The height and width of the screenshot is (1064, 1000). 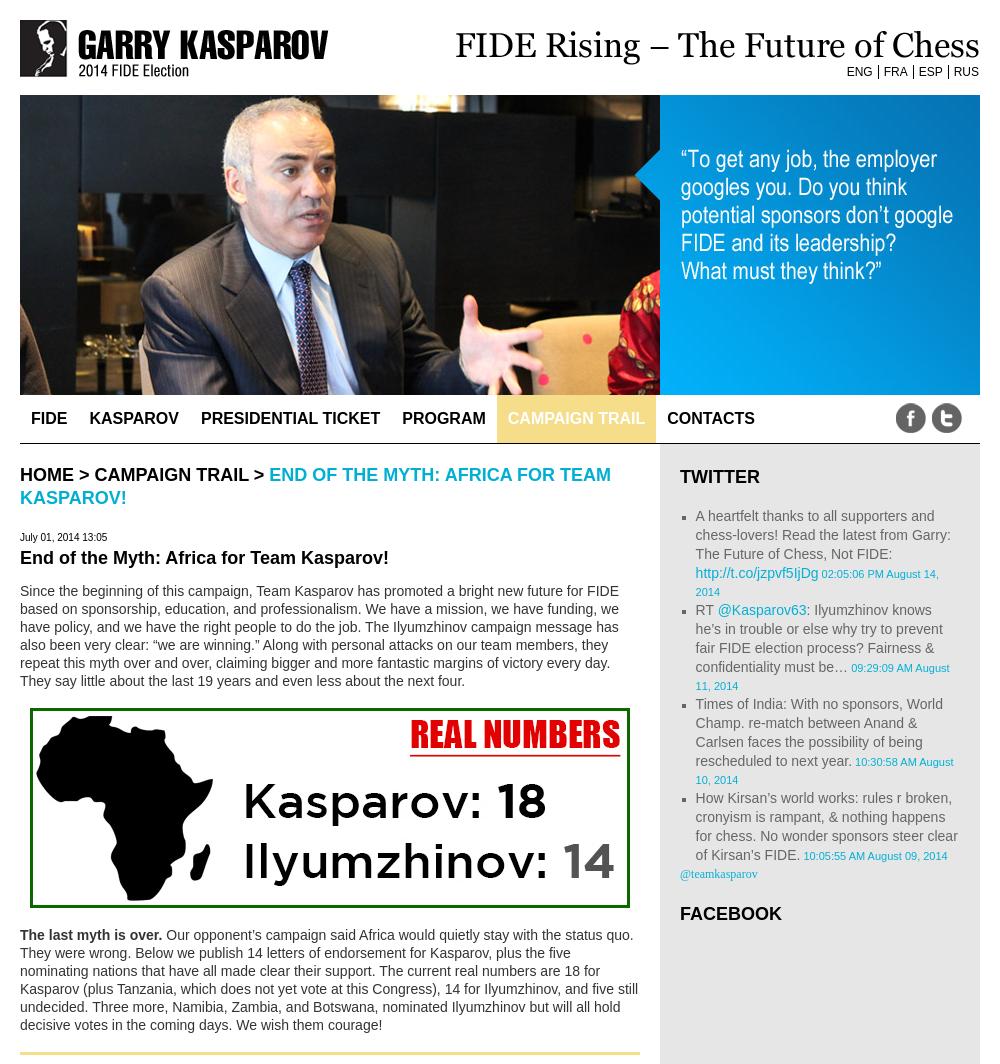 I want to click on '02:05:06 PM August 14, 2014', so click(x=815, y=582).